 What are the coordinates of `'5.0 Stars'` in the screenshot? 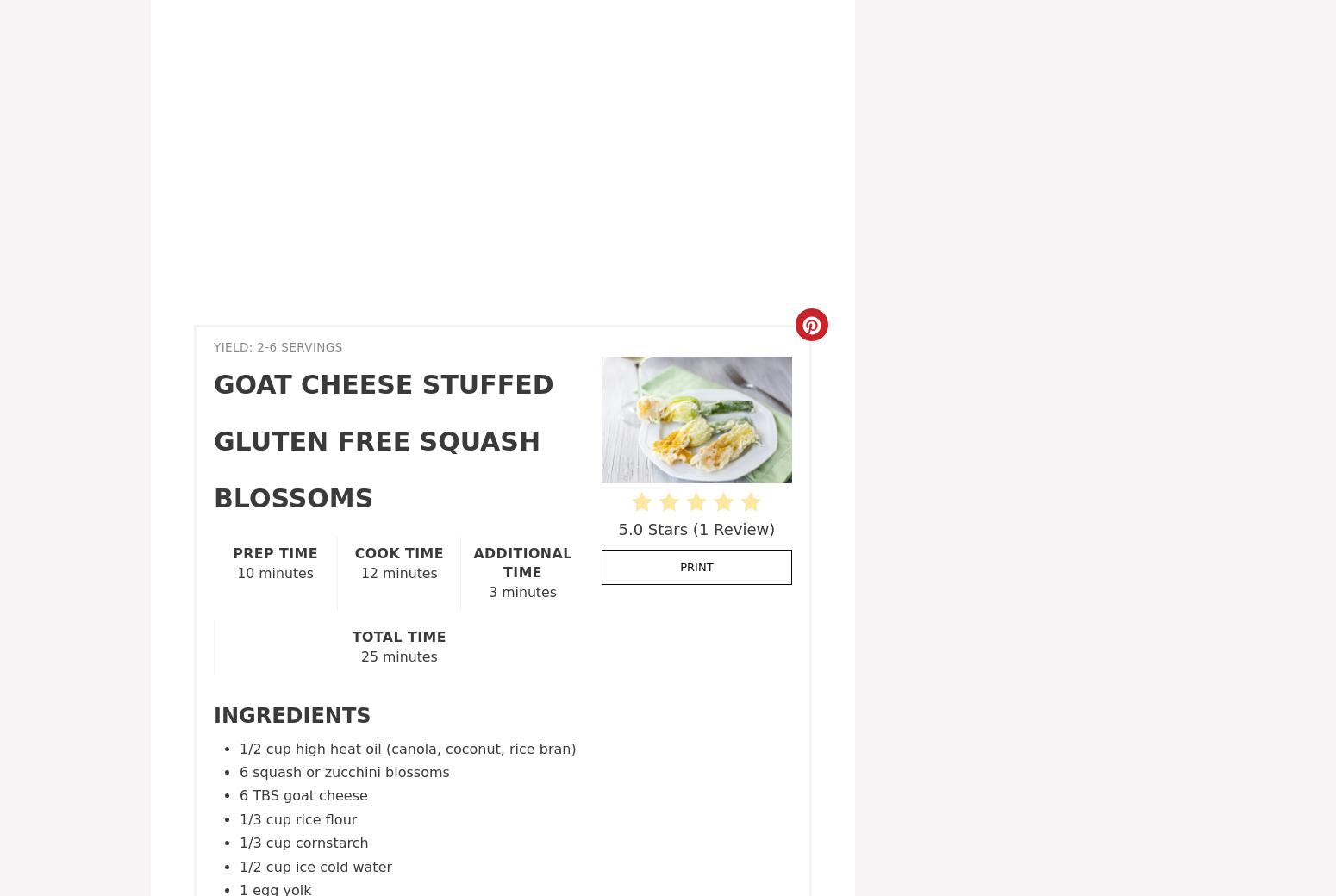 It's located at (652, 527).